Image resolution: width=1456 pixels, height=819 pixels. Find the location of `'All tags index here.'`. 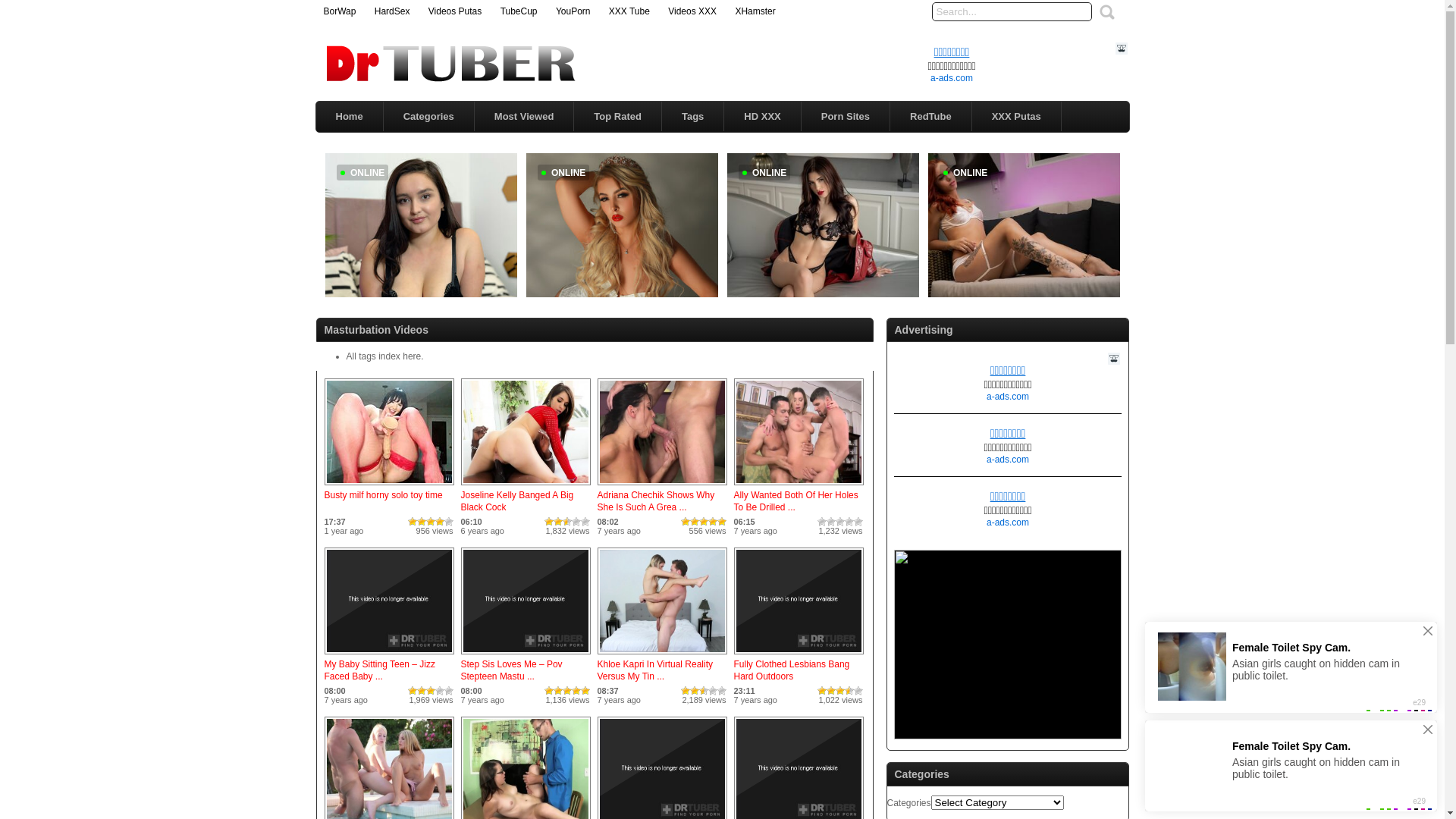

'All tags index here.' is located at coordinates (384, 356).